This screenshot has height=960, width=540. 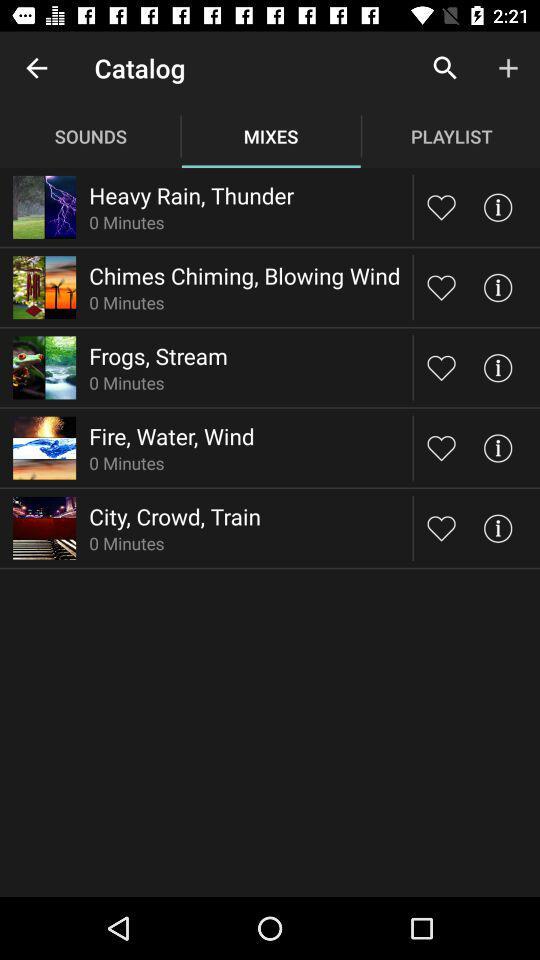 What do you see at coordinates (496, 366) in the screenshot?
I see `information for frogs stream` at bounding box center [496, 366].